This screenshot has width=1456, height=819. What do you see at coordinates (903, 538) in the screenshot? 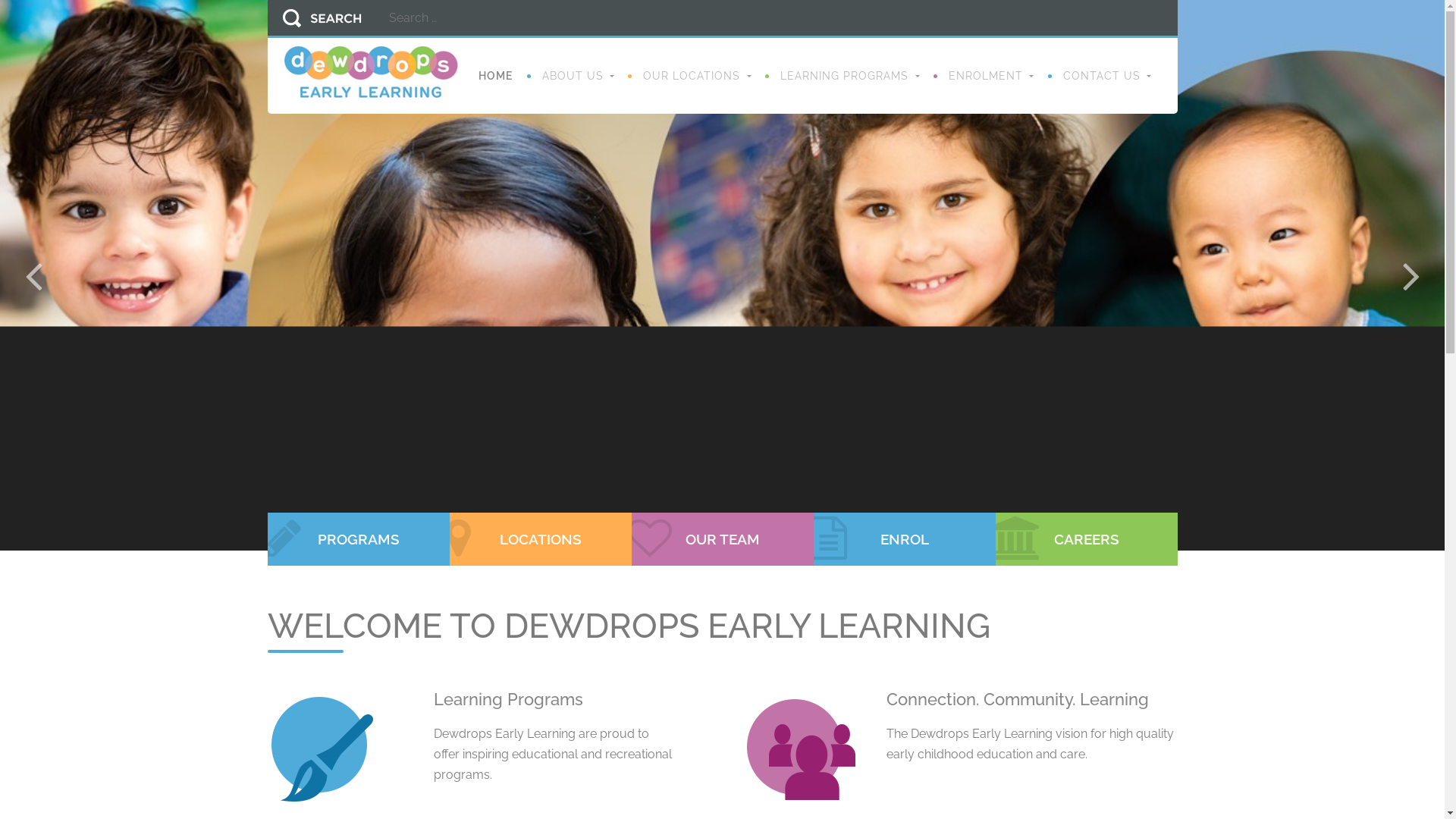
I see `'ENROL'` at bounding box center [903, 538].